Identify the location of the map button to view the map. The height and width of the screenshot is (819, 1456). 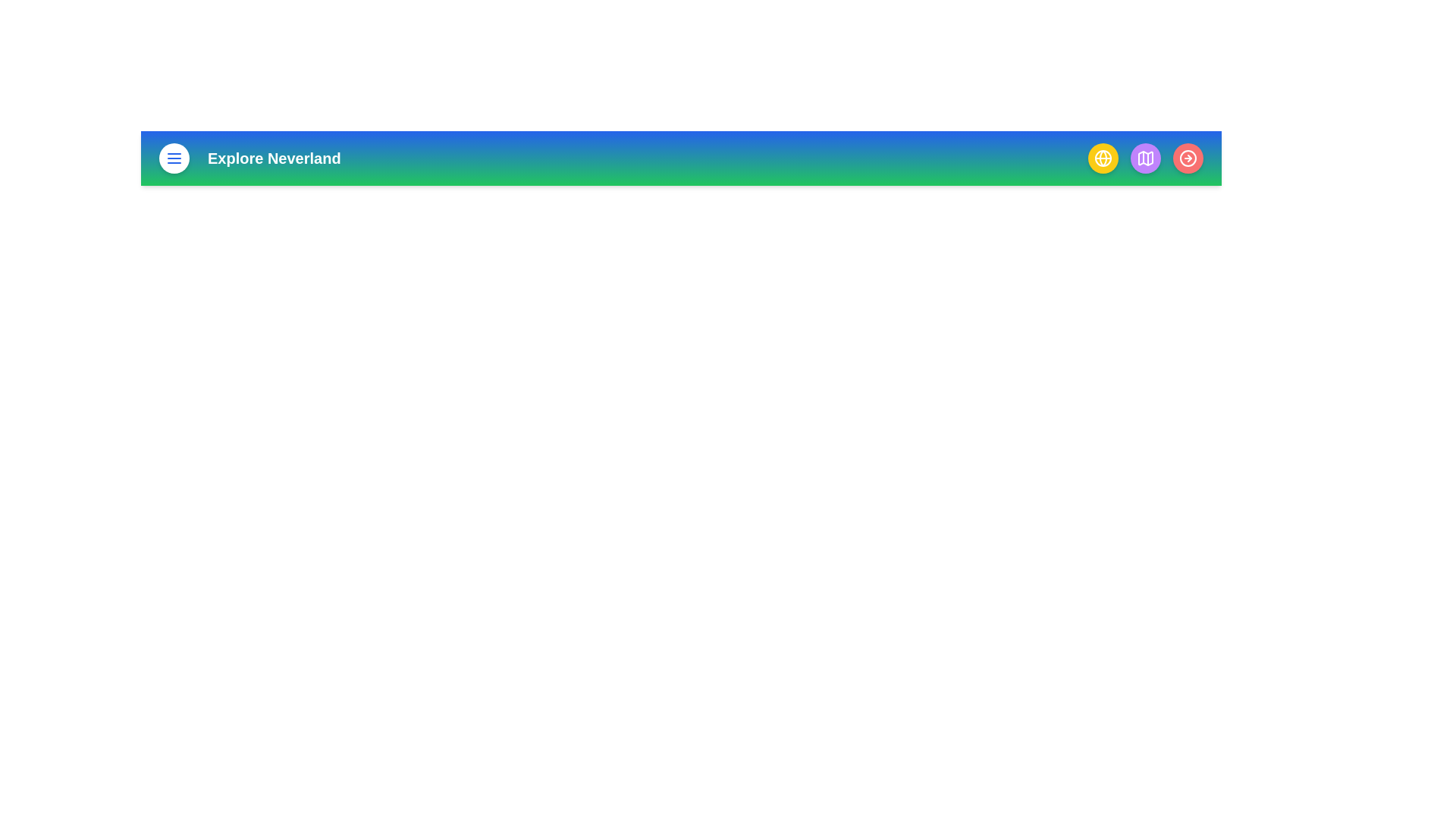
(1146, 158).